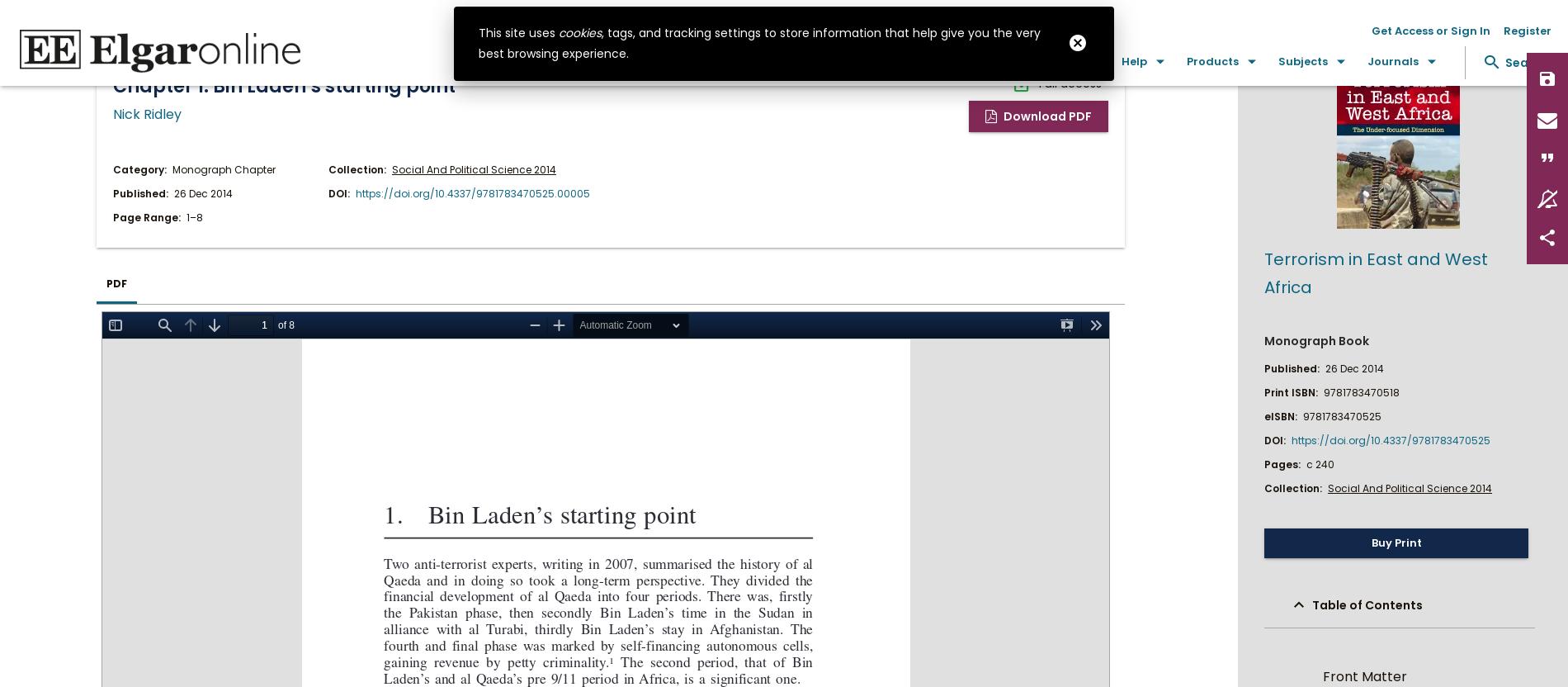 The height and width of the screenshot is (687, 1568). I want to click on 'PDF', so click(116, 282).